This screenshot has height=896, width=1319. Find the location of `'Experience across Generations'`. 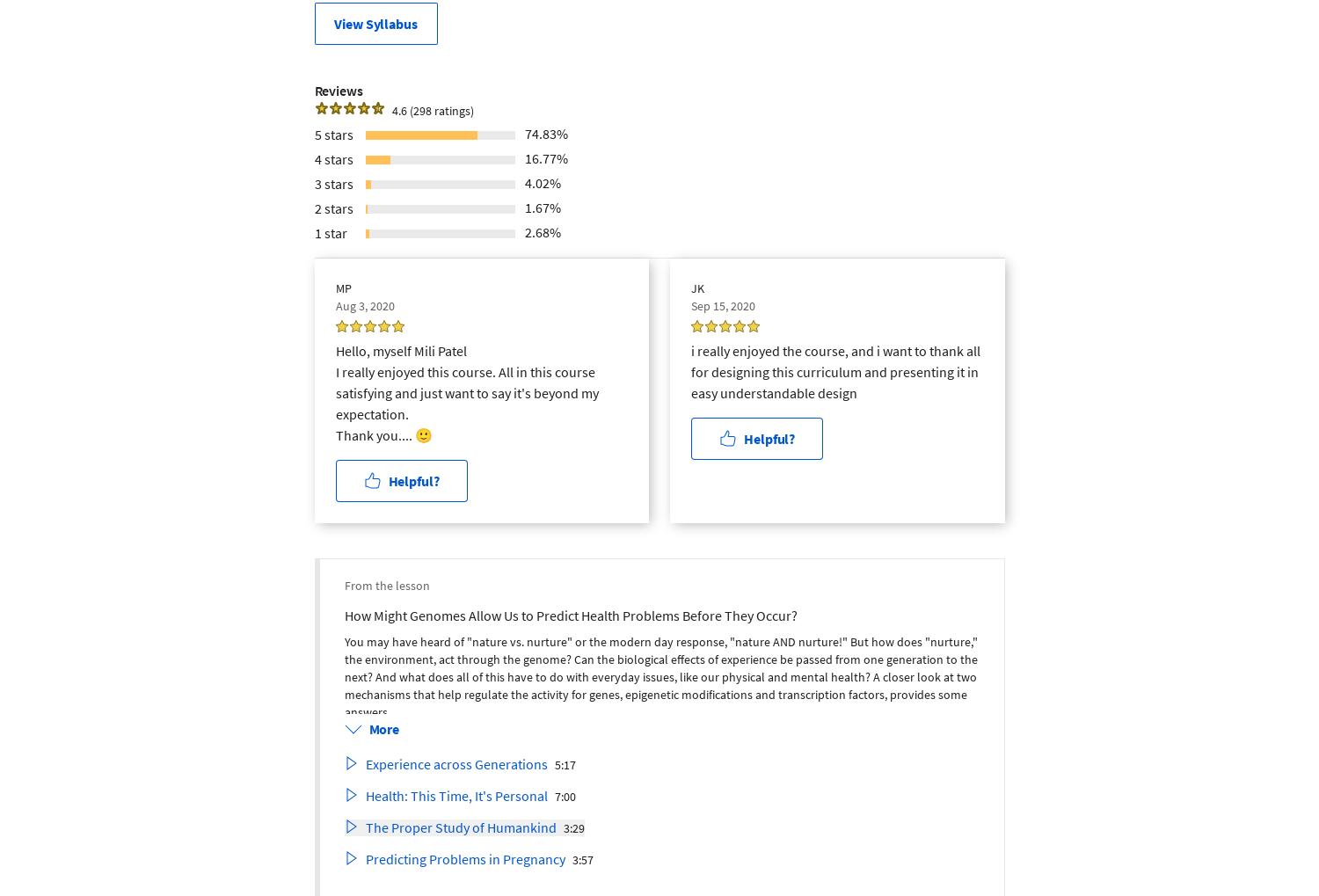

'Experience across Generations' is located at coordinates (455, 763).